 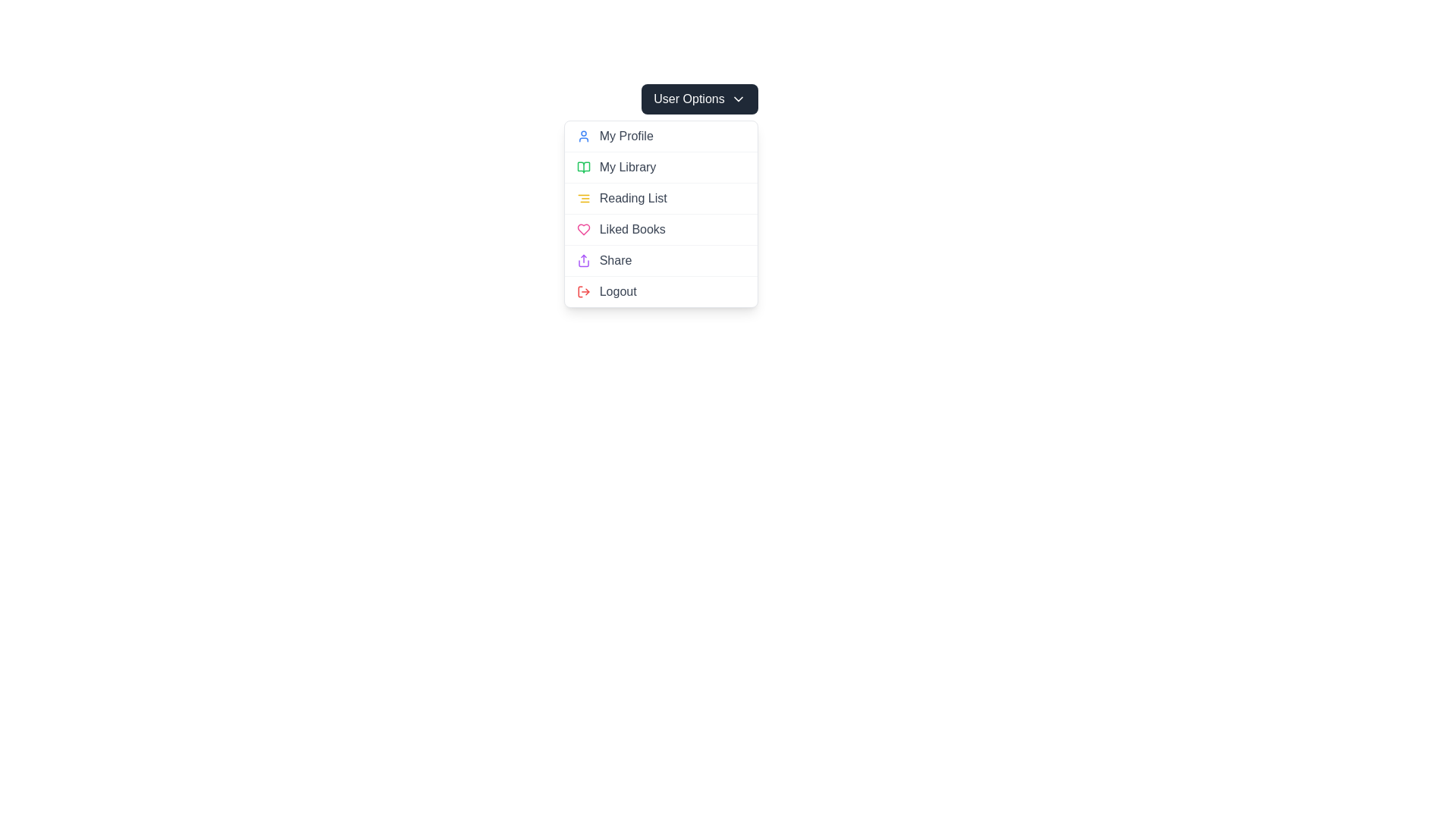 I want to click on the logout button located at the bottom of the vertical menu, which includes options like 'My Profile', 'My Library', and 'Share', so click(x=661, y=291).